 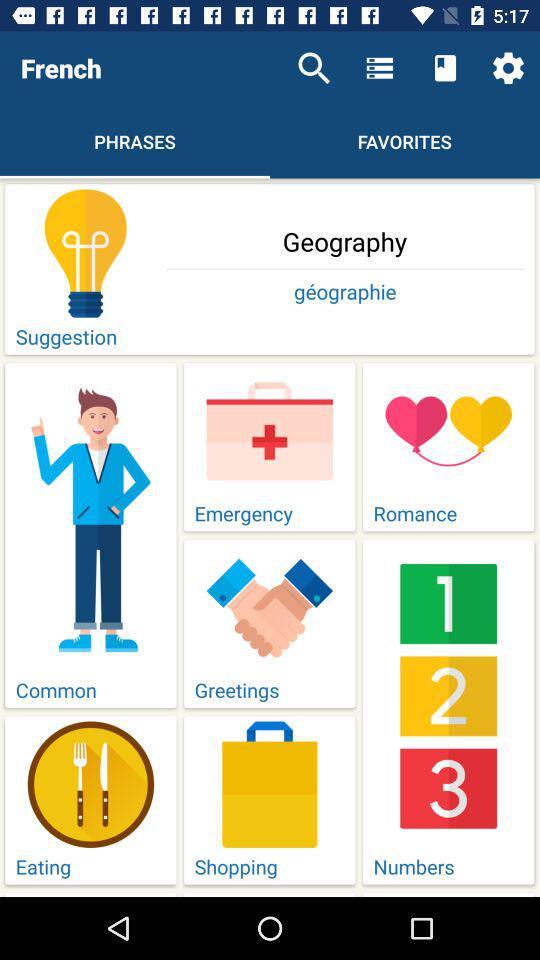 I want to click on item above geography icon, so click(x=314, y=68).